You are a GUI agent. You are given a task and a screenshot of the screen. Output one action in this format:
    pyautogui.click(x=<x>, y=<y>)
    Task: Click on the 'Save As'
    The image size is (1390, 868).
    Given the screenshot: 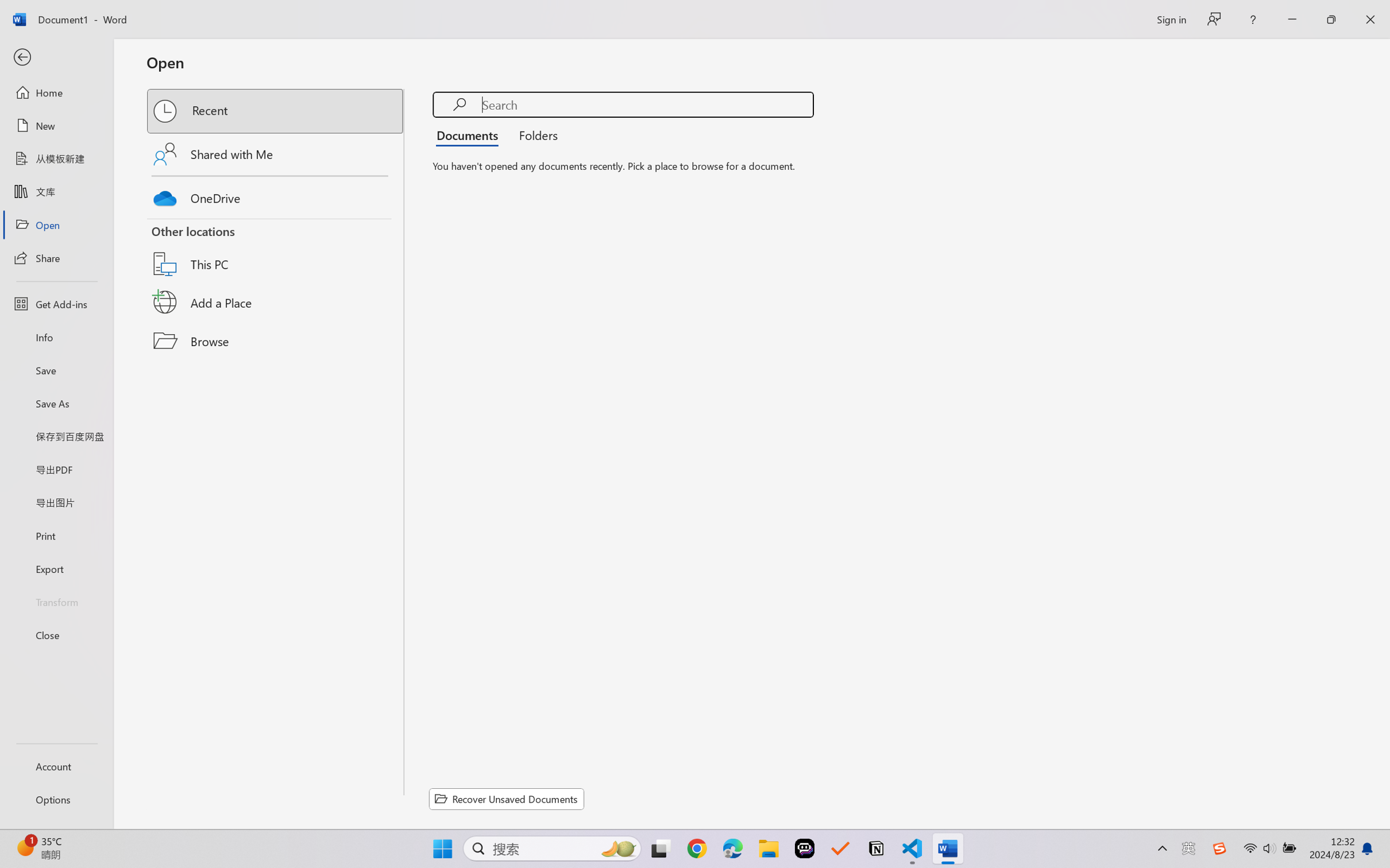 What is the action you would take?
    pyautogui.click(x=56, y=403)
    